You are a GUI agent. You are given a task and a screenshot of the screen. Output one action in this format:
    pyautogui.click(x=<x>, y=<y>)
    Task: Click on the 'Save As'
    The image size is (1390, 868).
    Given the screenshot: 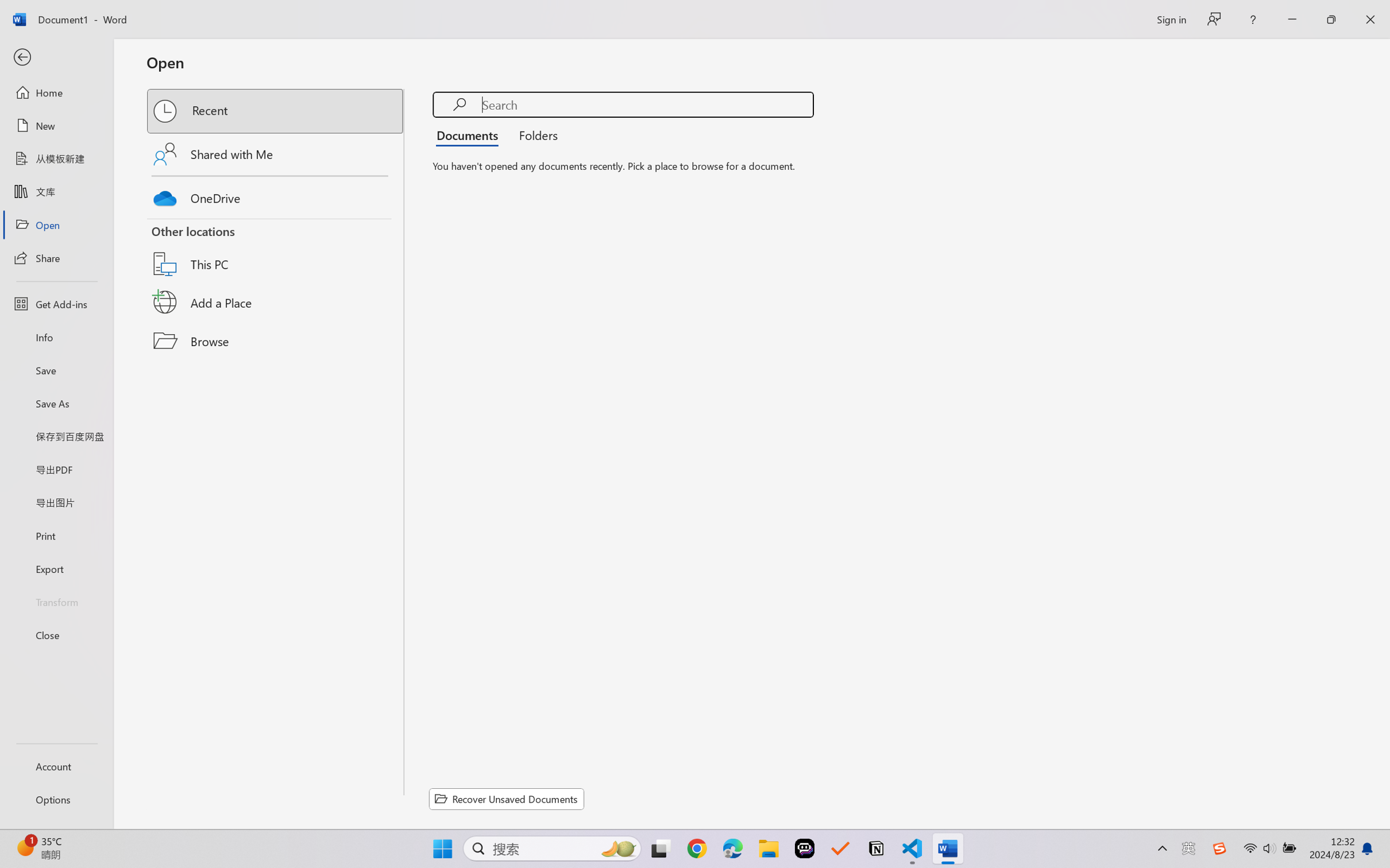 What is the action you would take?
    pyautogui.click(x=56, y=403)
    